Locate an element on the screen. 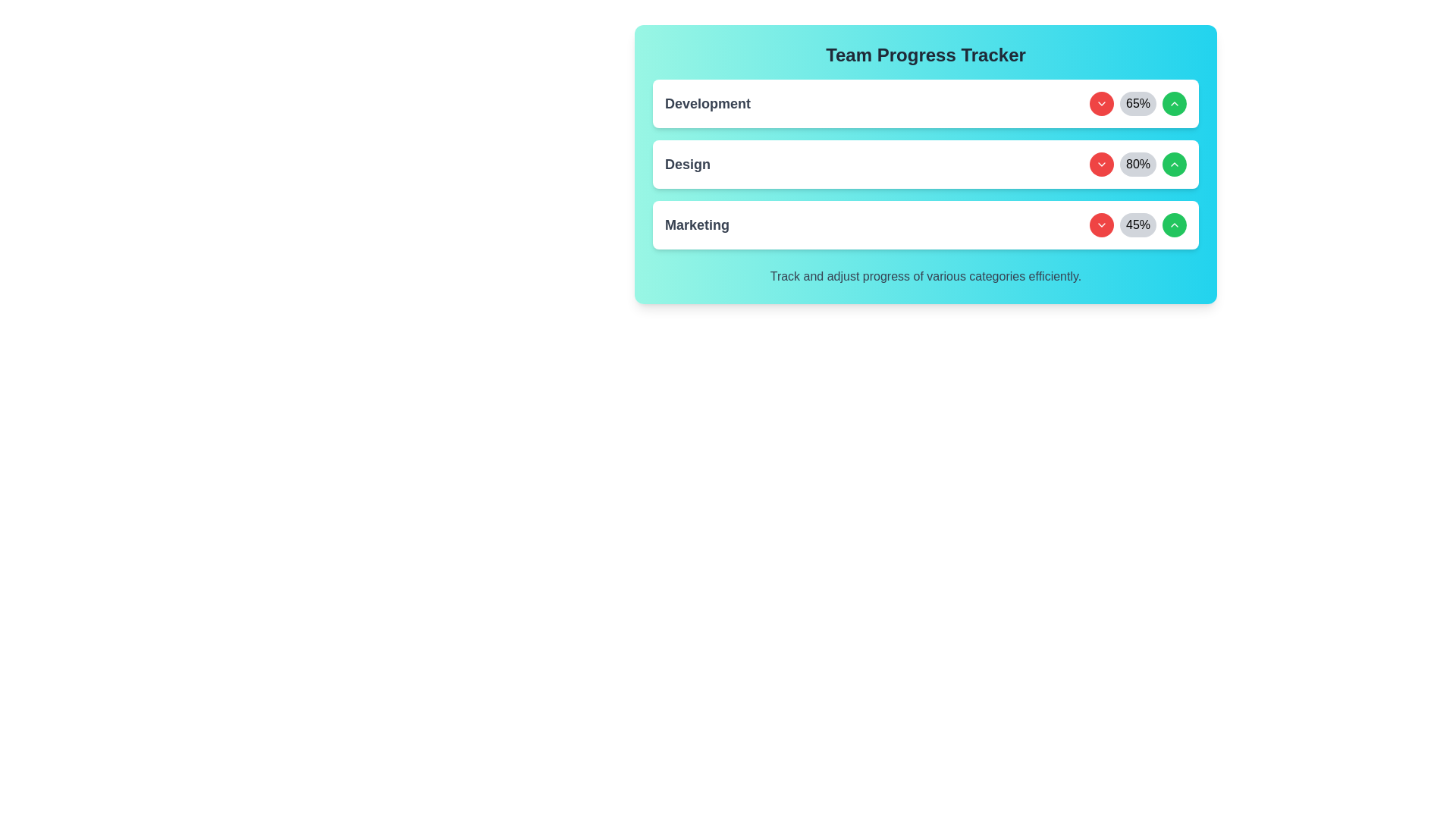  the red circular button with a white downward chevron icon is located at coordinates (1102, 164).